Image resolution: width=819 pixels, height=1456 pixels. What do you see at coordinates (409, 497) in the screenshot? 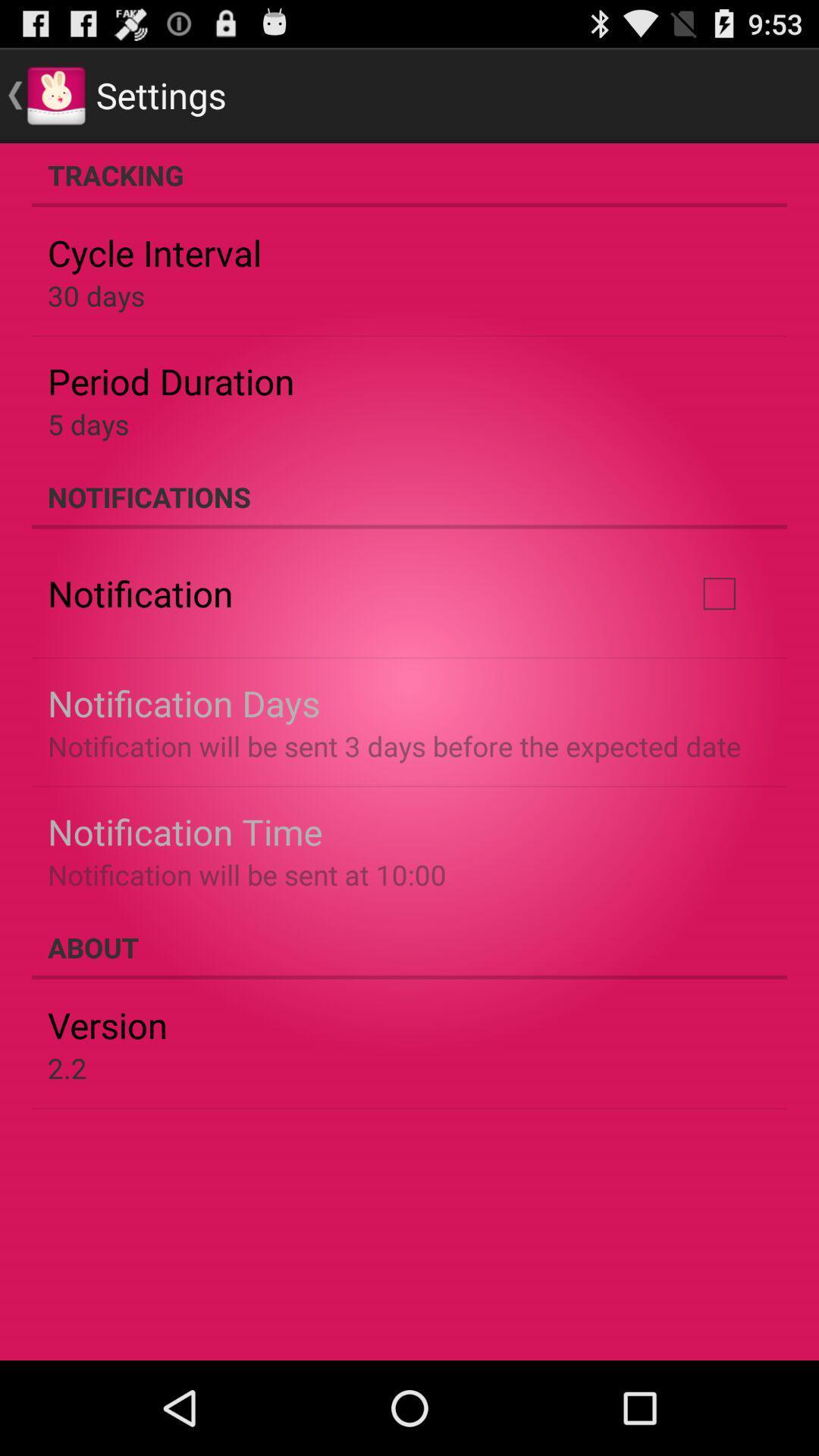
I see `icon below 5 days` at bounding box center [409, 497].